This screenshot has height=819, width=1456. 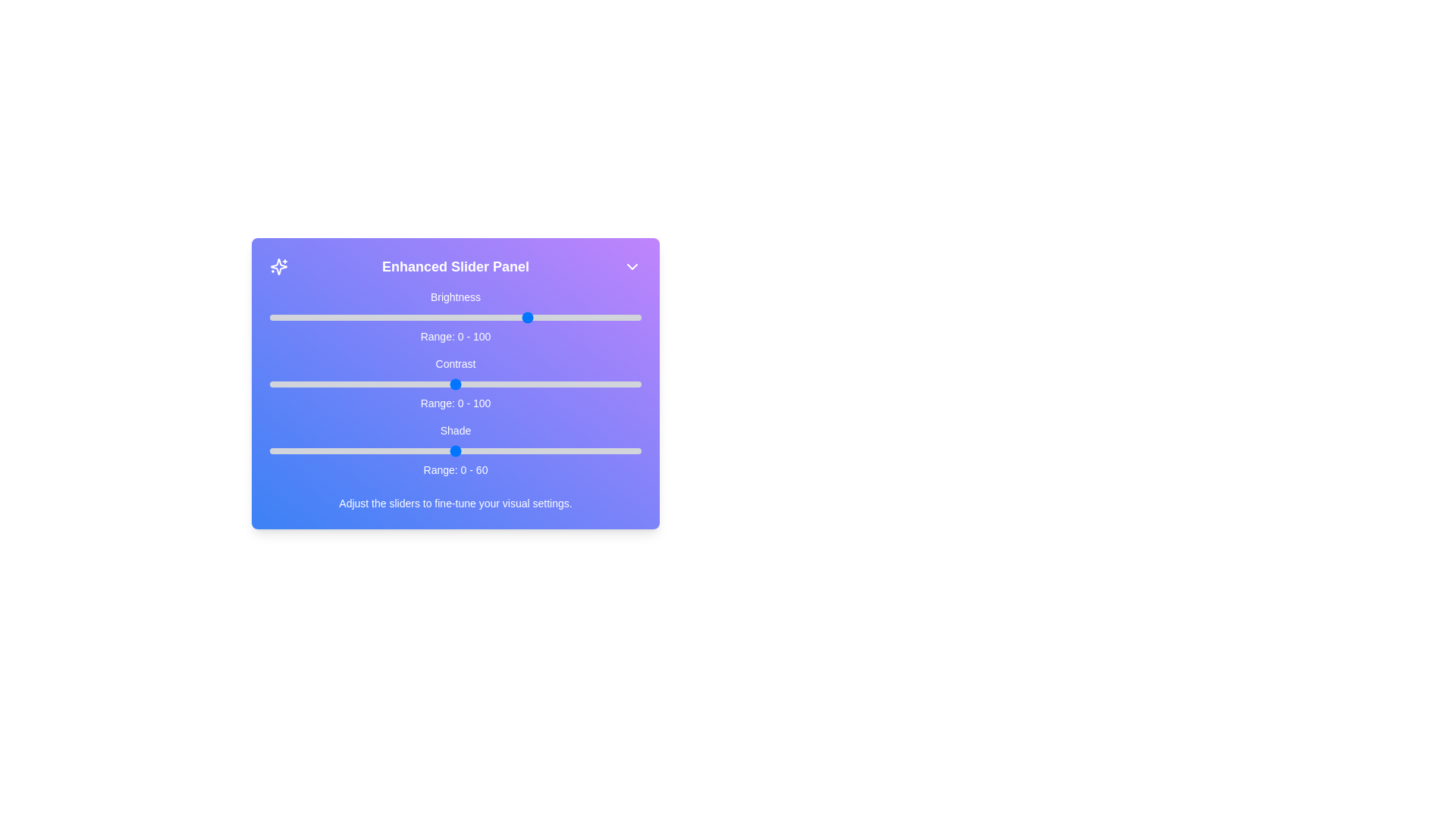 What do you see at coordinates (447, 317) in the screenshot?
I see `the 0 slider to 48` at bounding box center [447, 317].